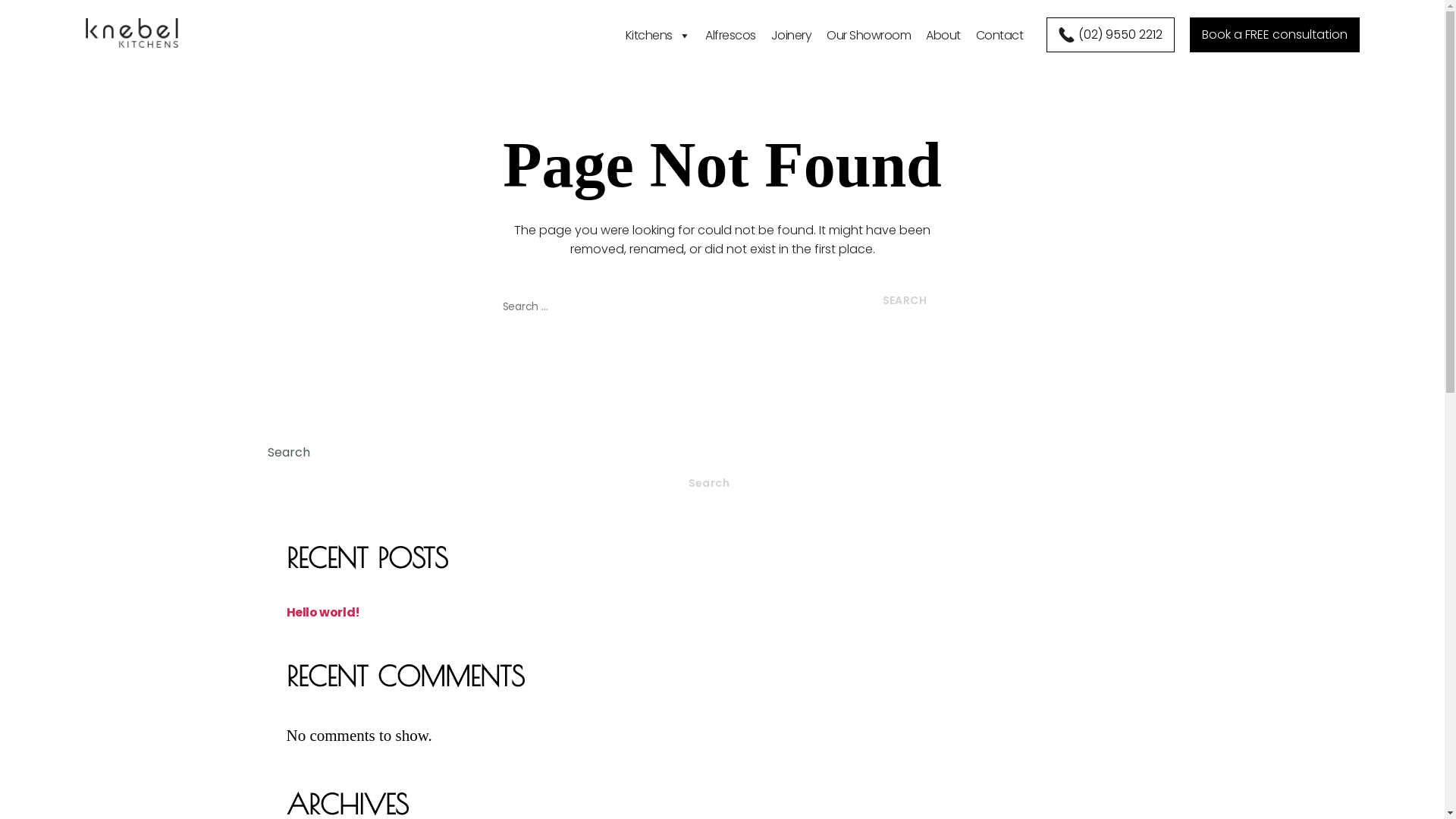 Image resolution: width=1456 pixels, height=819 pixels. Describe the element at coordinates (790, 30) in the screenshot. I see `'Joinery'` at that location.